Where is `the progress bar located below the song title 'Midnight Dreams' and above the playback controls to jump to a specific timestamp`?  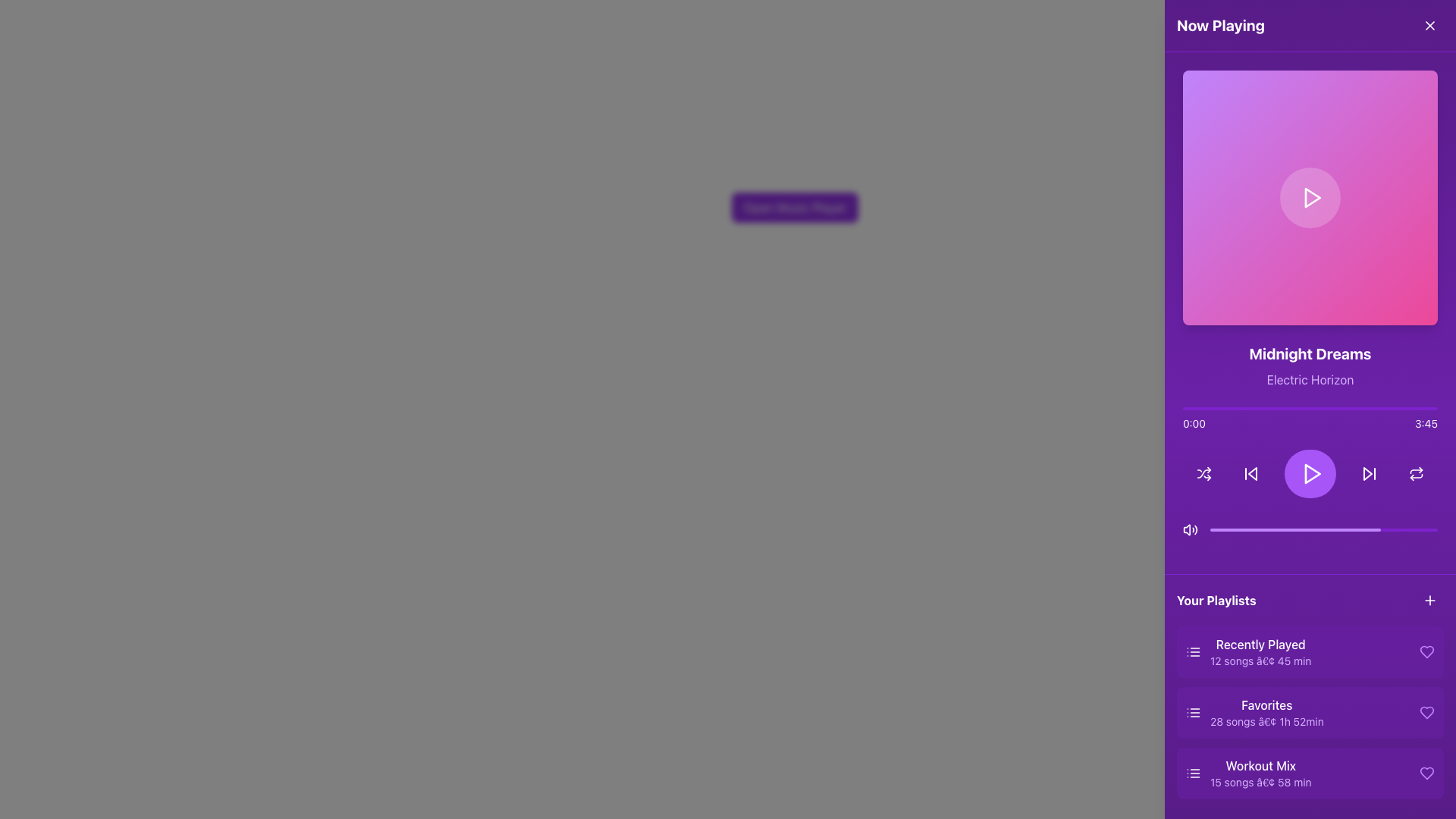 the progress bar located below the song title 'Midnight Dreams' and above the playback controls to jump to a specific timestamp is located at coordinates (1310, 408).